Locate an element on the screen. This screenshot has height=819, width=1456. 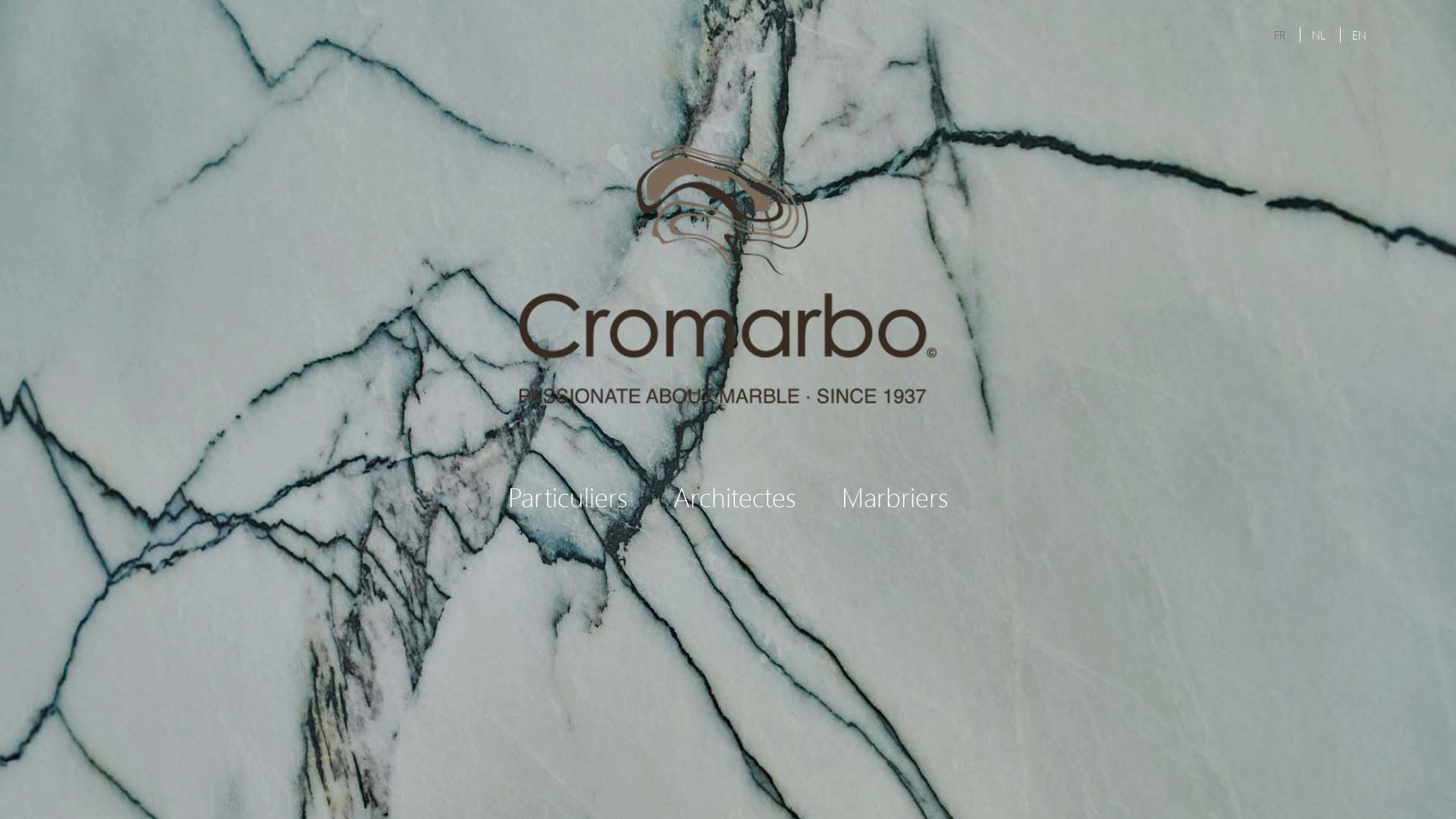
'NL' is located at coordinates (1317, 34).